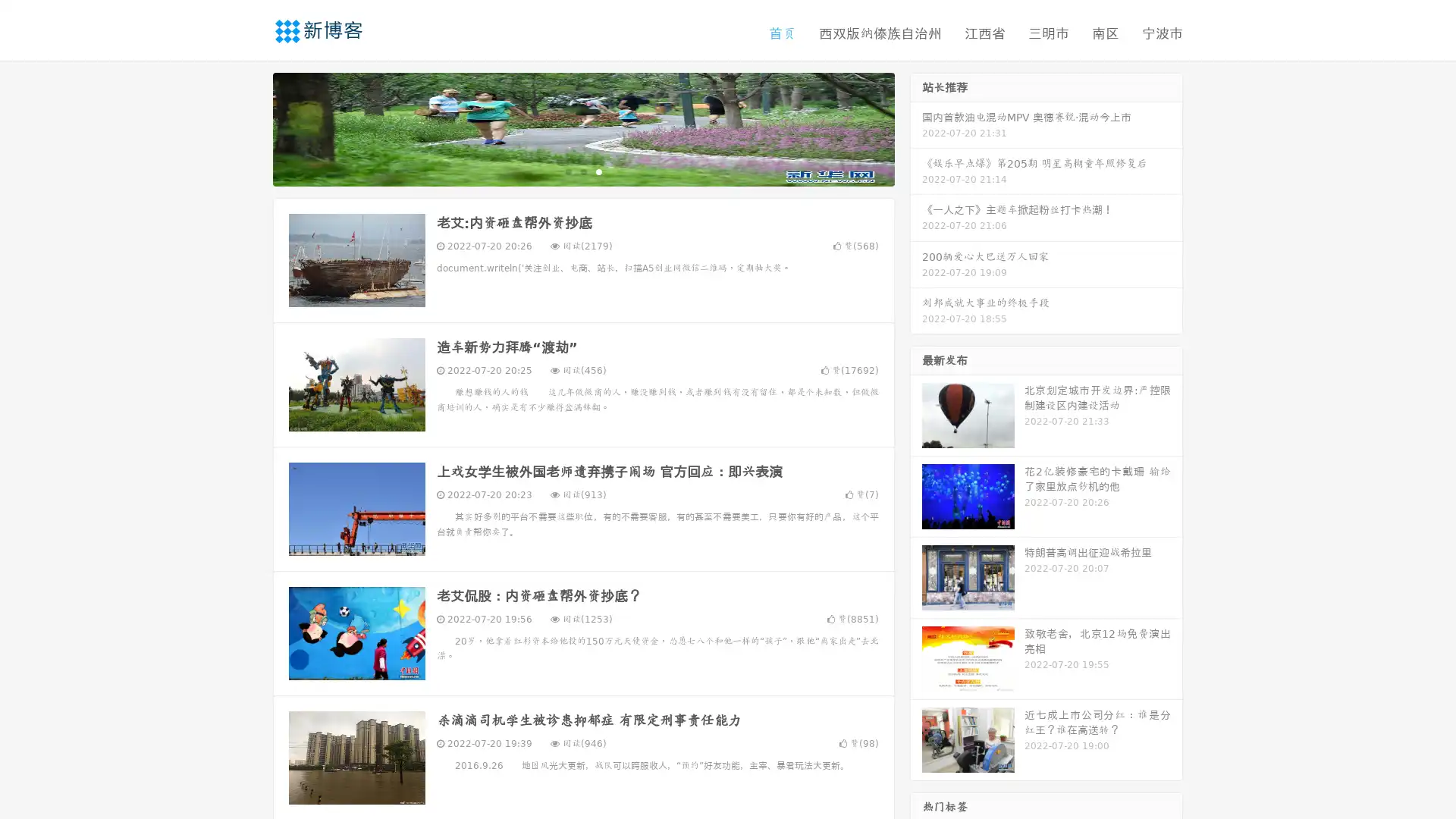  Describe the element at coordinates (250, 127) in the screenshot. I see `Previous slide` at that location.